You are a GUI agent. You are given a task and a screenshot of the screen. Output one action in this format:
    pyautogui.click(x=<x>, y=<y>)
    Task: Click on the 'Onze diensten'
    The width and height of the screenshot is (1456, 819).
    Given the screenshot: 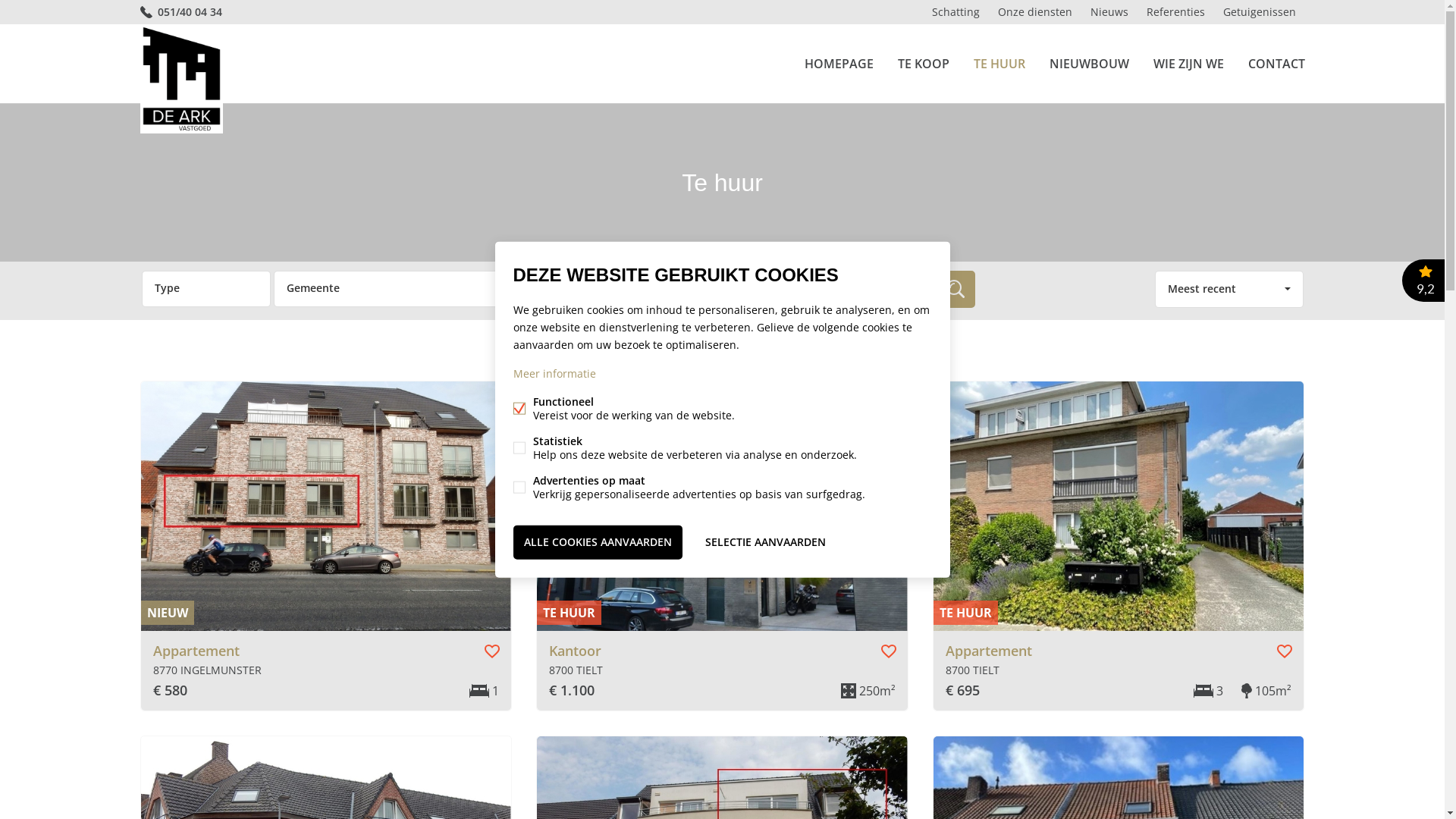 What is the action you would take?
    pyautogui.click(x=1034, y=11)
    